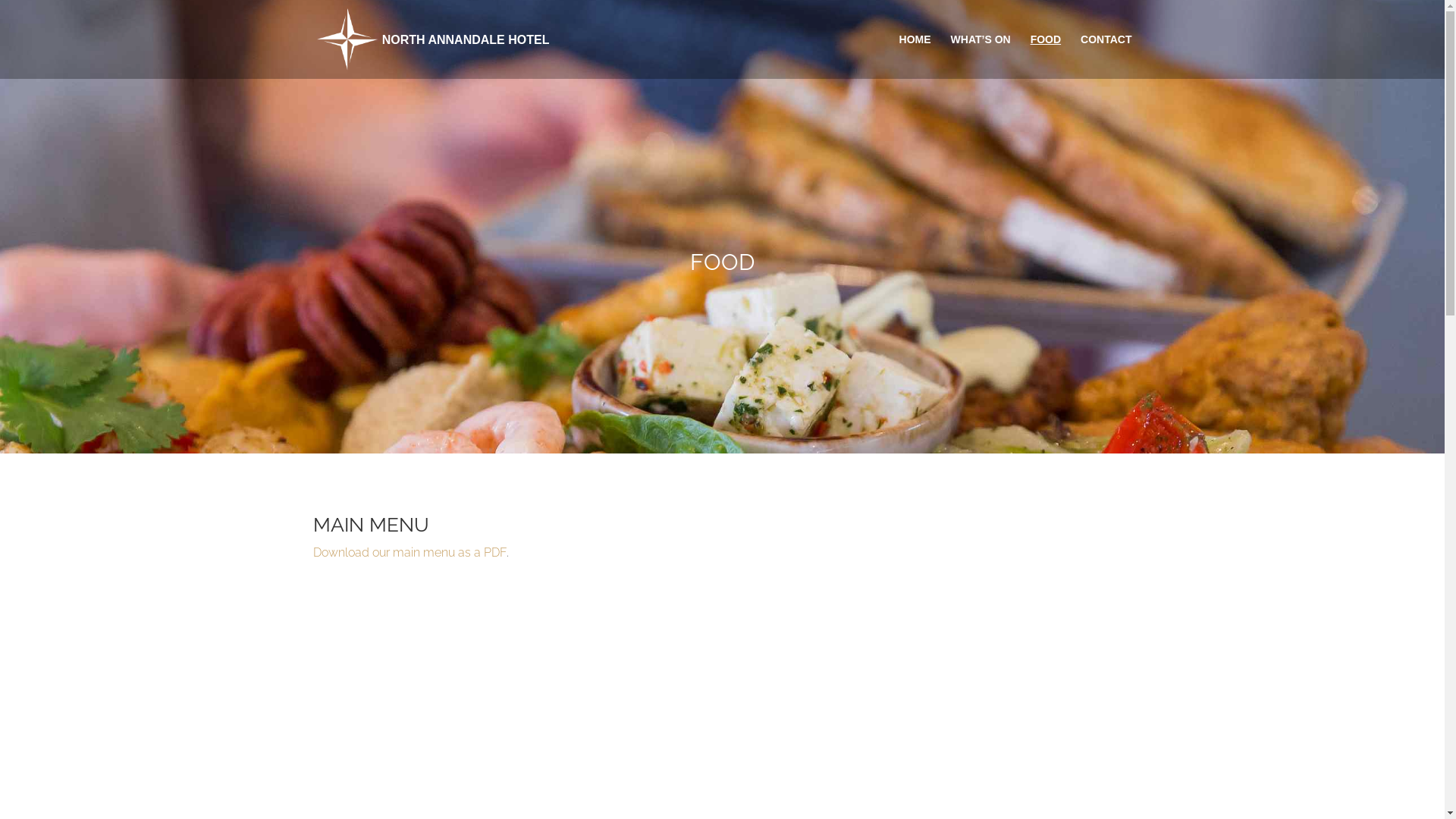  Describe the element at coordinates (914, 55) in the screenshot. I see `'HOME'` at that location.